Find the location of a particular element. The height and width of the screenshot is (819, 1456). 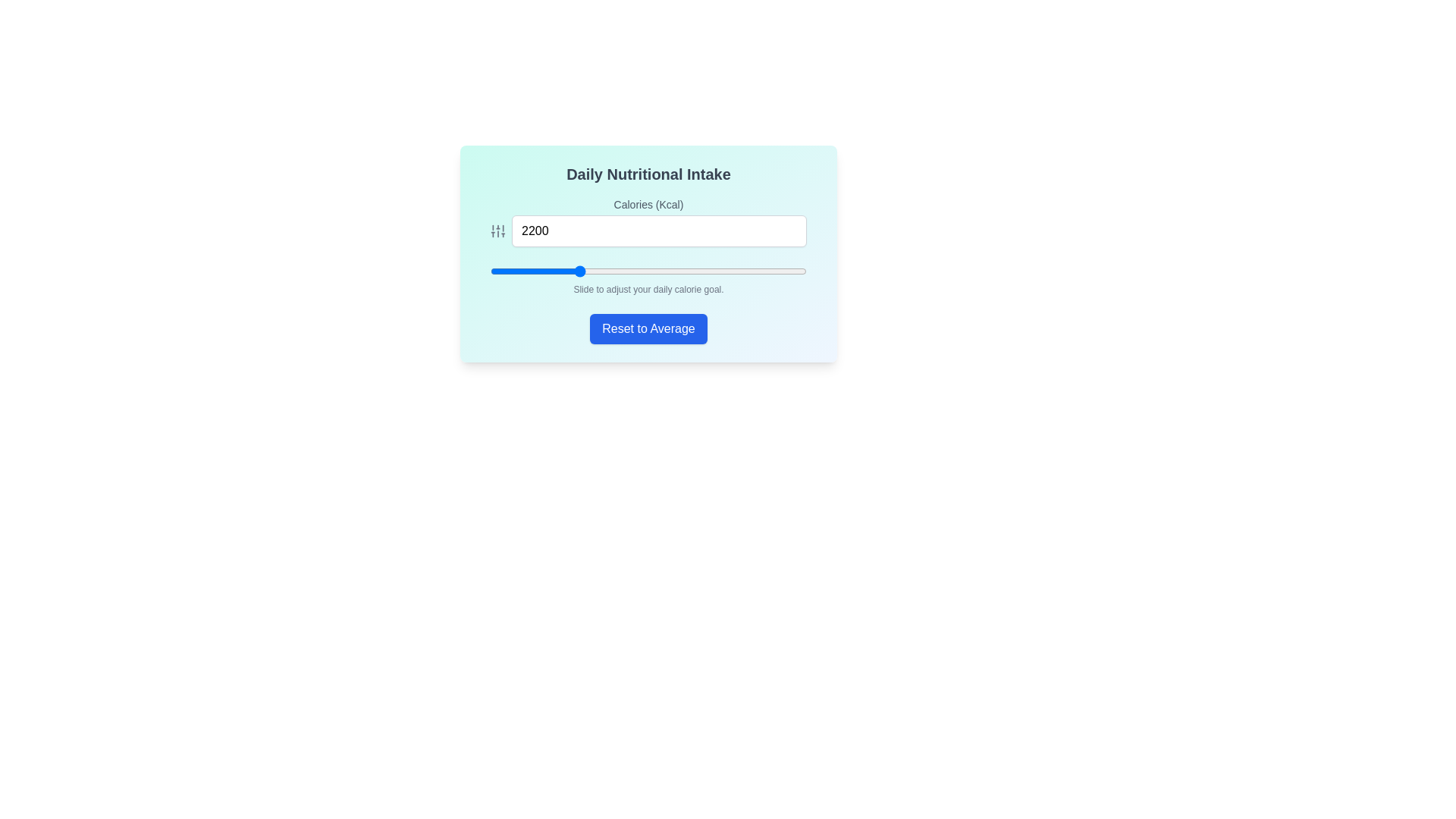

the text label displaying 'Calories (Kcal)' which is positioned above the input box and is styled with a small font size and gray color is located at coordinates (648, 205).